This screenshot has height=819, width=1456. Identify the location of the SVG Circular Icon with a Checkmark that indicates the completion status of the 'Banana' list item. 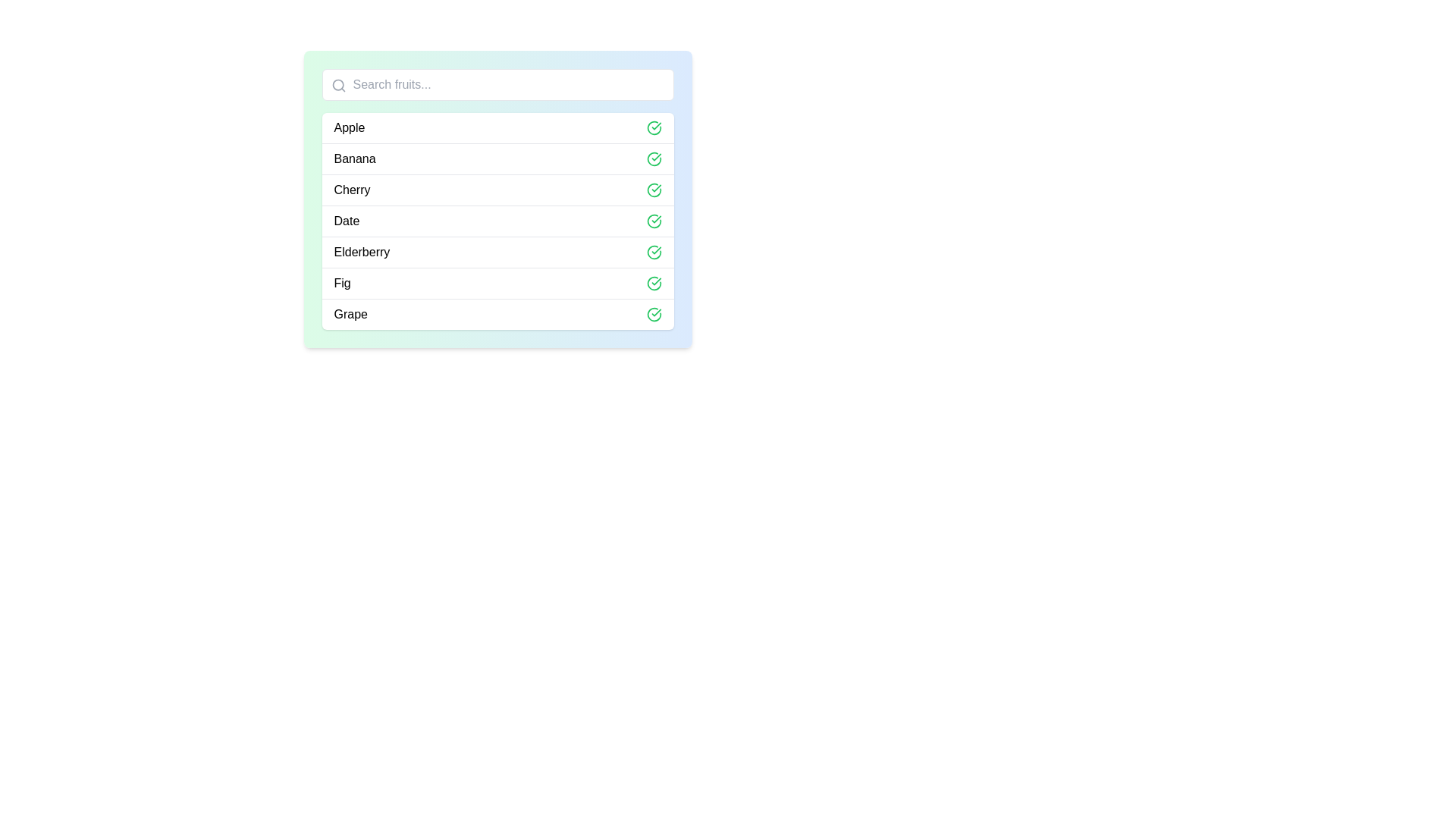
(654, 158).